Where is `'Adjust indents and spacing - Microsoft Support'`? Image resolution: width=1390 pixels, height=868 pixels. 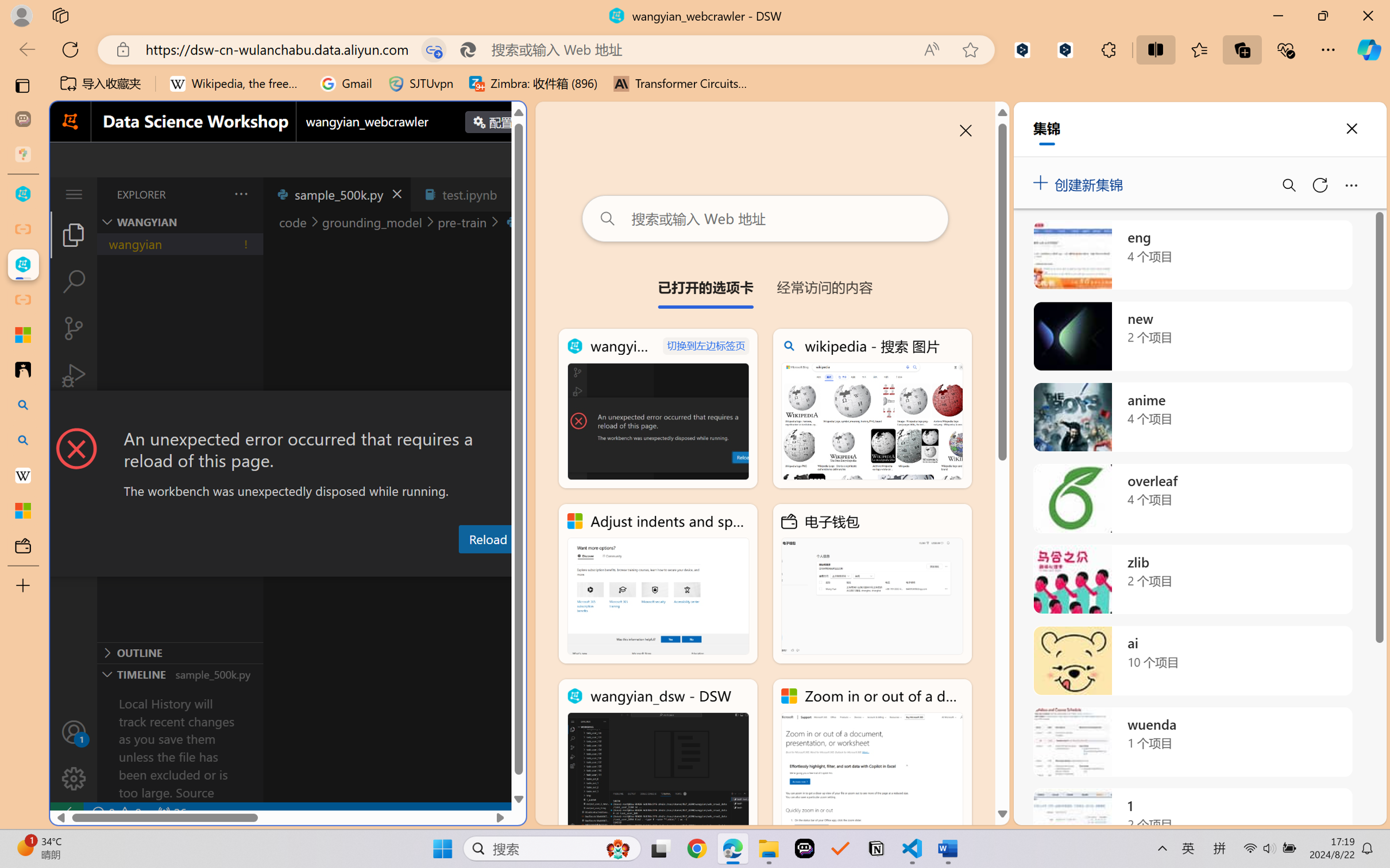
'Adjust indents and spacing - Microsoft Support' is located at coordinates (658, 584).